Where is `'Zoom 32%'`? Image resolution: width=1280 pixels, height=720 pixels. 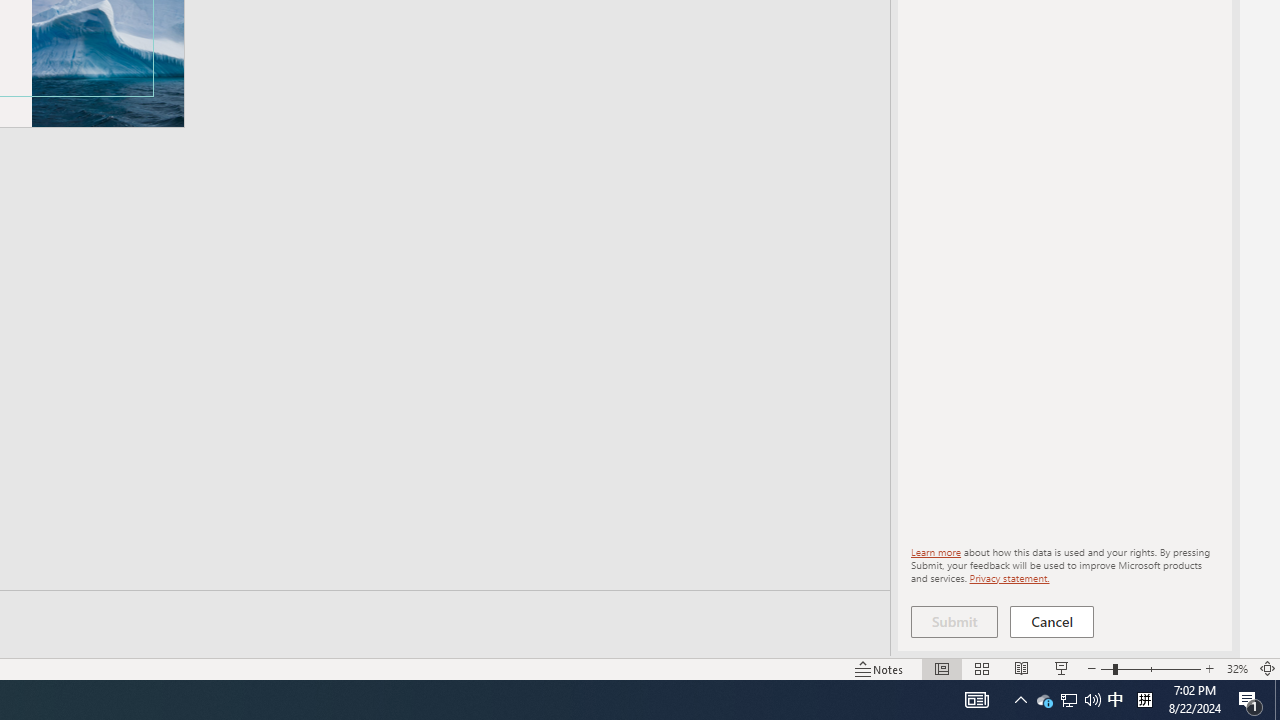 'Zoom 32%' is located at coordinates (1236, 669).